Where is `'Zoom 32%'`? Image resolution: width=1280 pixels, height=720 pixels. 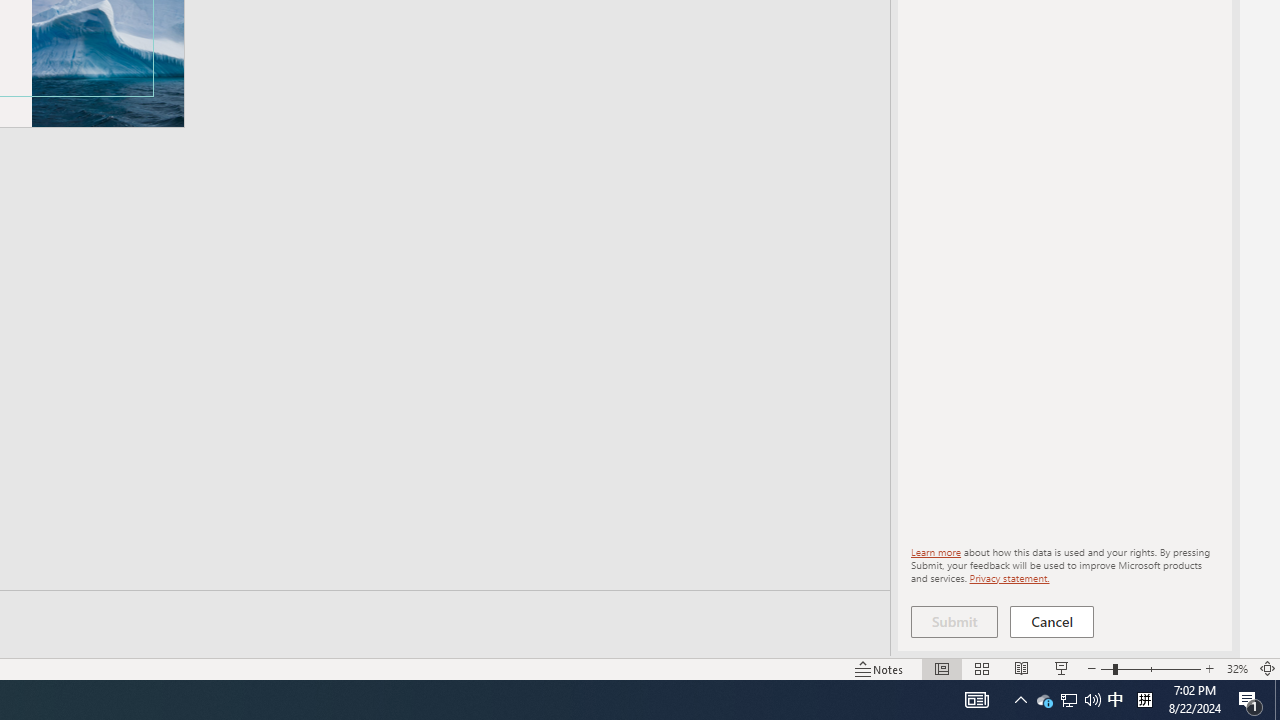 'Zoom 32%' is located at coordinates (1236, 669).